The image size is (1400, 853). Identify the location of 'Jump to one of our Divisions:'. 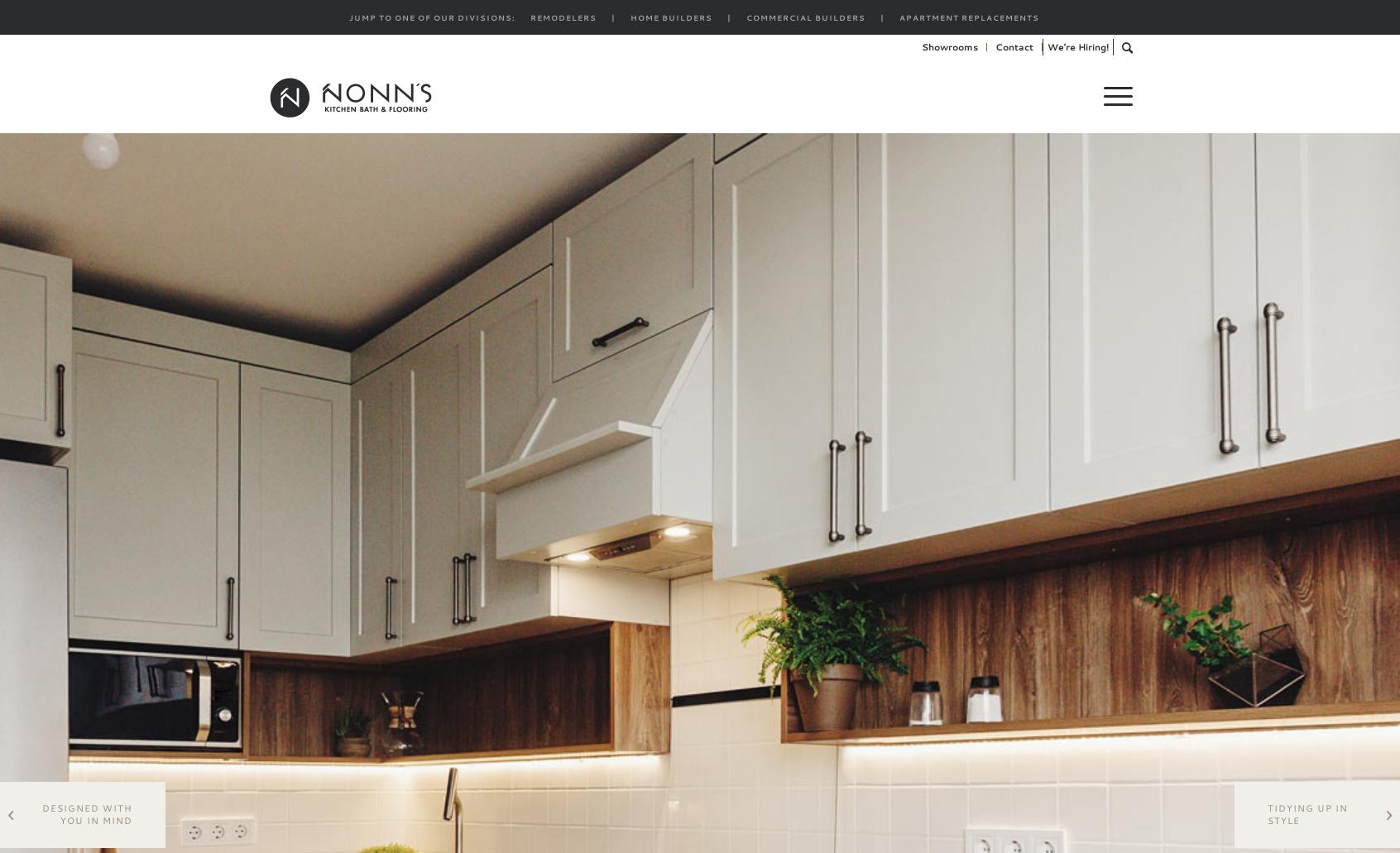
(348, 17).